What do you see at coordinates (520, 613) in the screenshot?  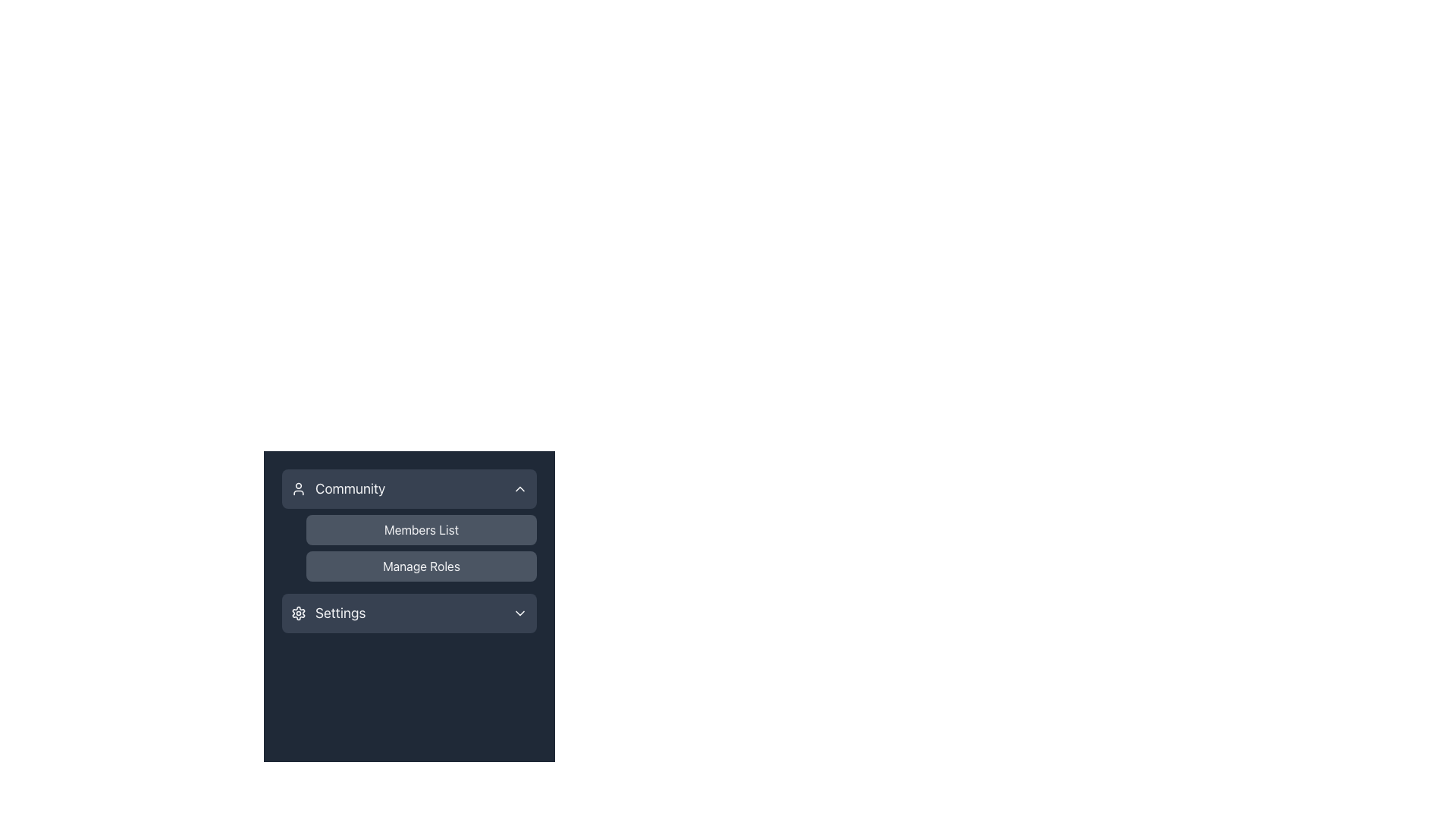 I see `the downward-pointing chevron icon with a light gray stroke, located to the right of the 'Settings' text inside a dark rectangular button` at bounding box center [520, 613].